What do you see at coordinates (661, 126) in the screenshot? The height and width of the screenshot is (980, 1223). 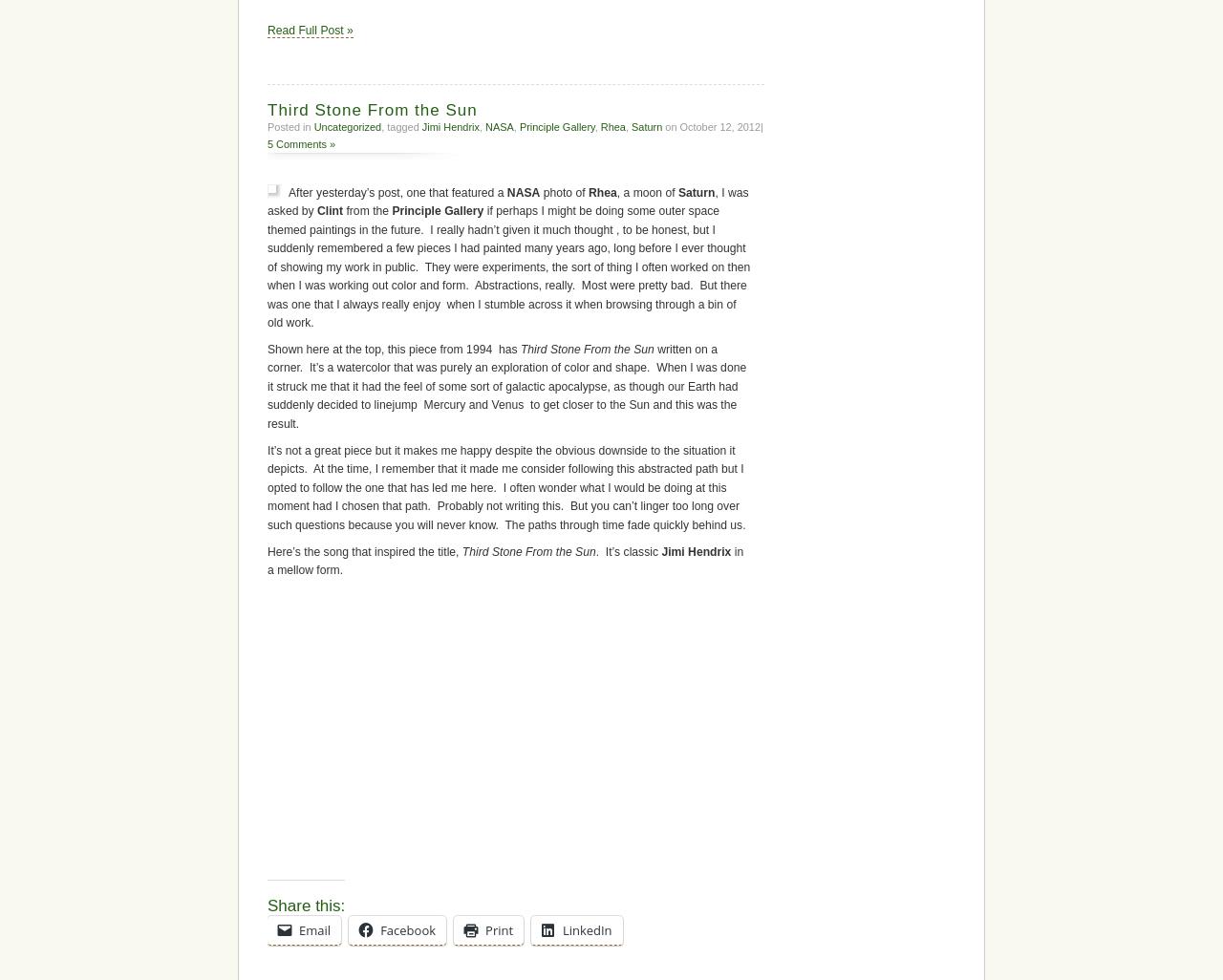 I see `'on October 12, 2012|'` at bounding box center [661, 126].